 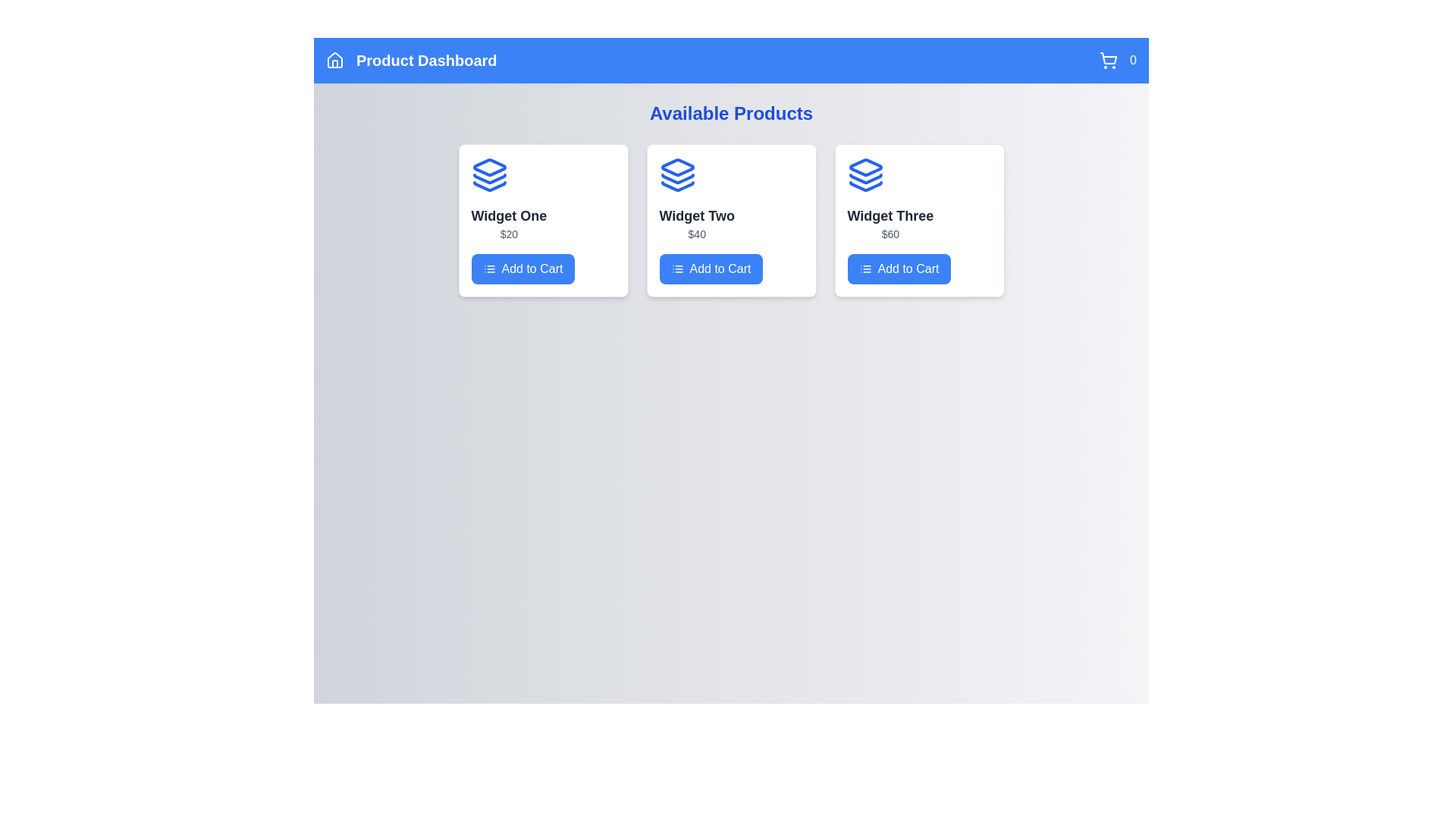 What do you see at coordinates (890, 216) in the screenshot?
I see `the text label that serves as the title of the specific product in the third card from the left in the product catalog` at bounding box center [890, 216].